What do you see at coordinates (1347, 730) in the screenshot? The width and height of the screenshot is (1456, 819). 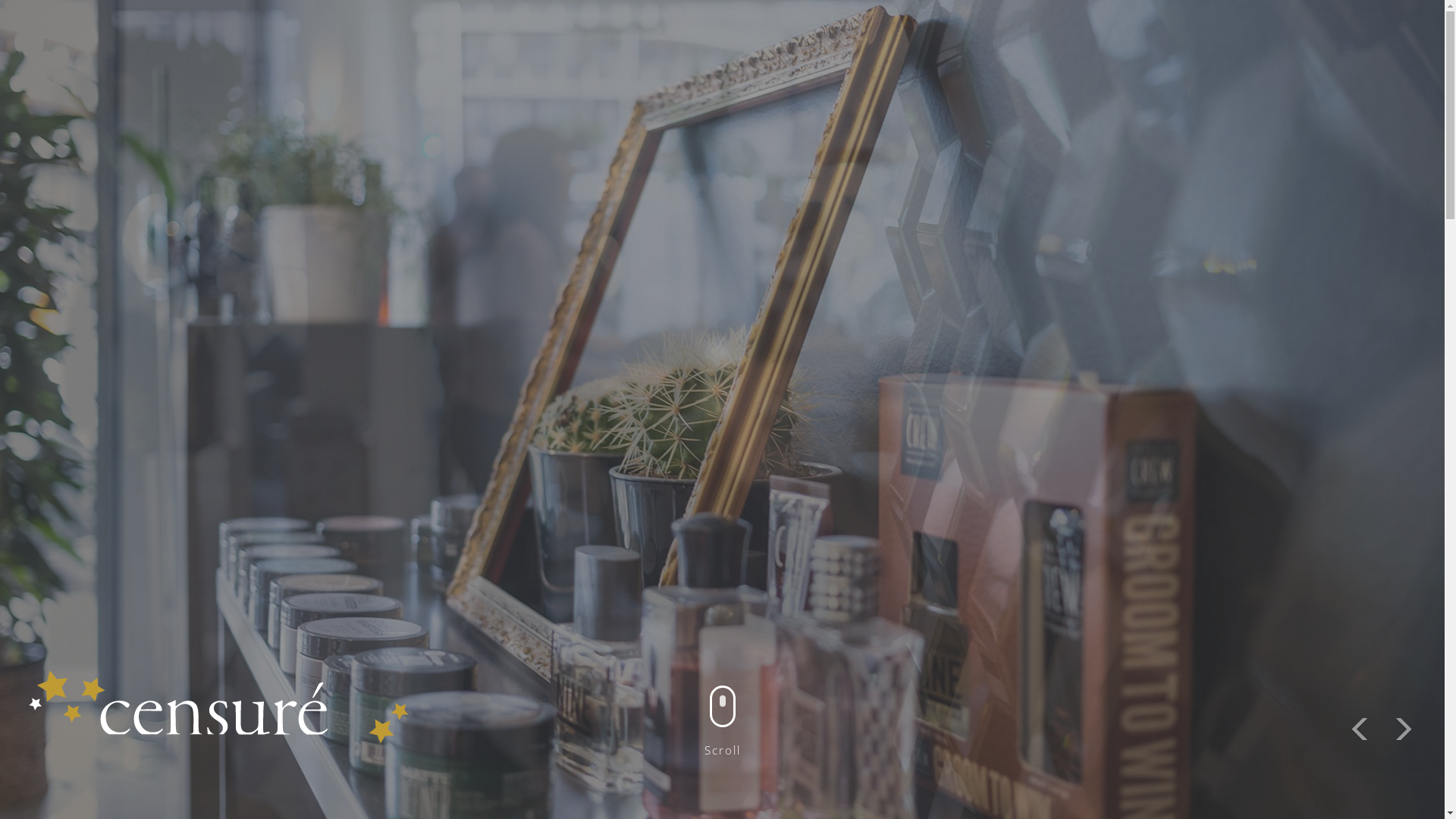 I see `'Previous'` at bounding box center [1347, 730].